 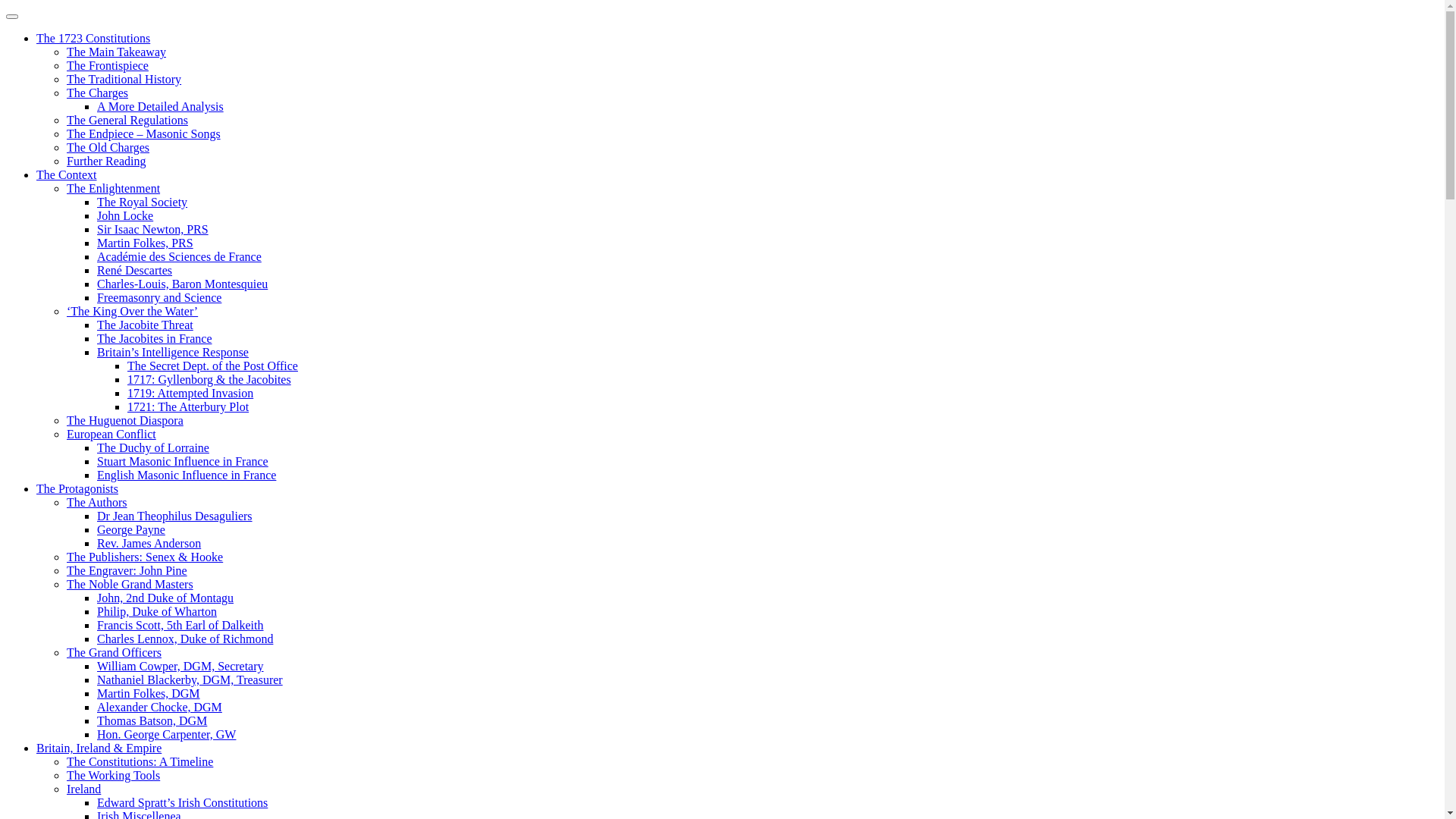 I want to click on 'Martin Folkes, DGM', so click(x=149, y=693).